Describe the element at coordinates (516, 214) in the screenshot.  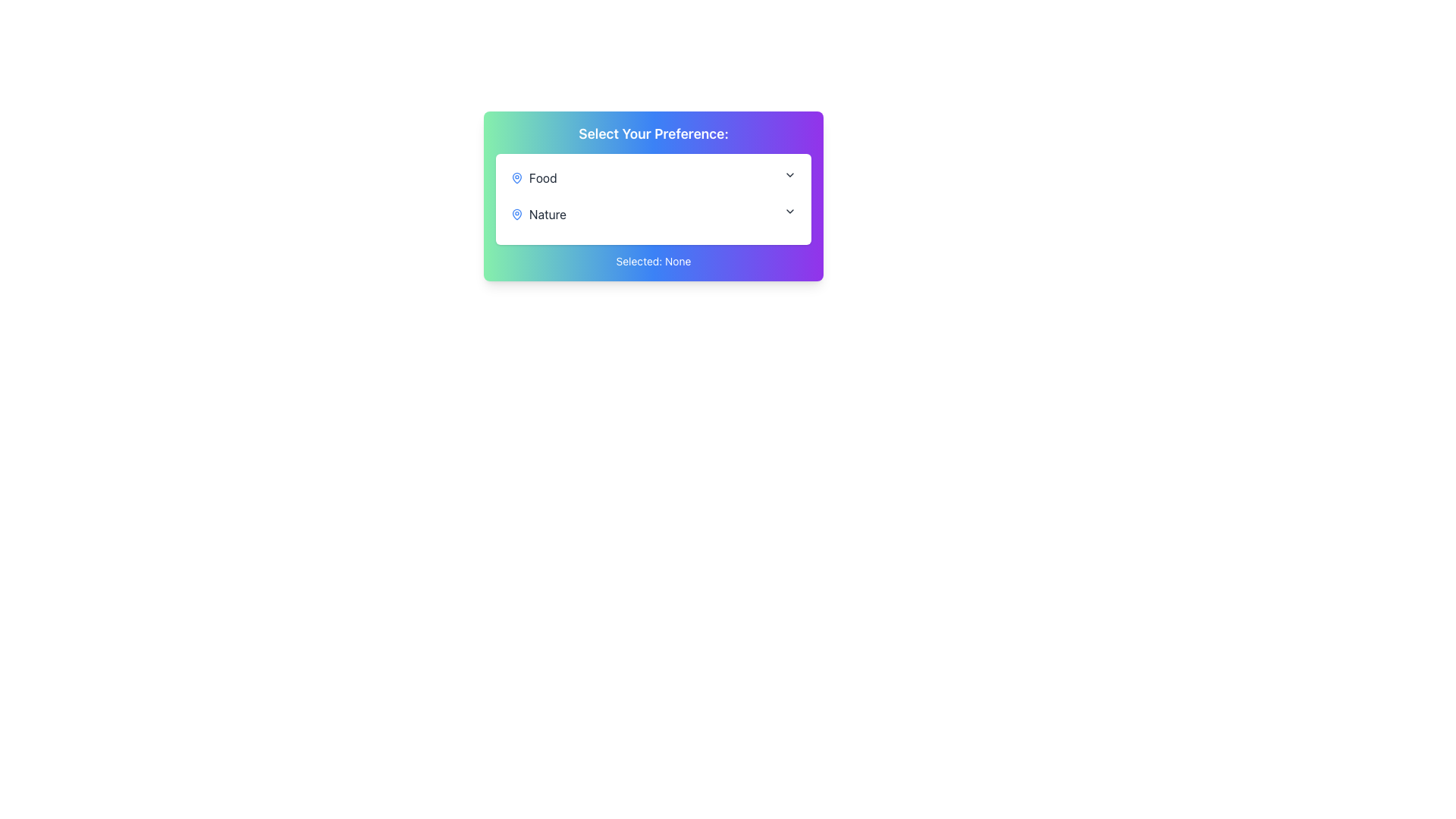
I see `the map marker icon with a blue outline located next to the text 'Nature'` at that location.